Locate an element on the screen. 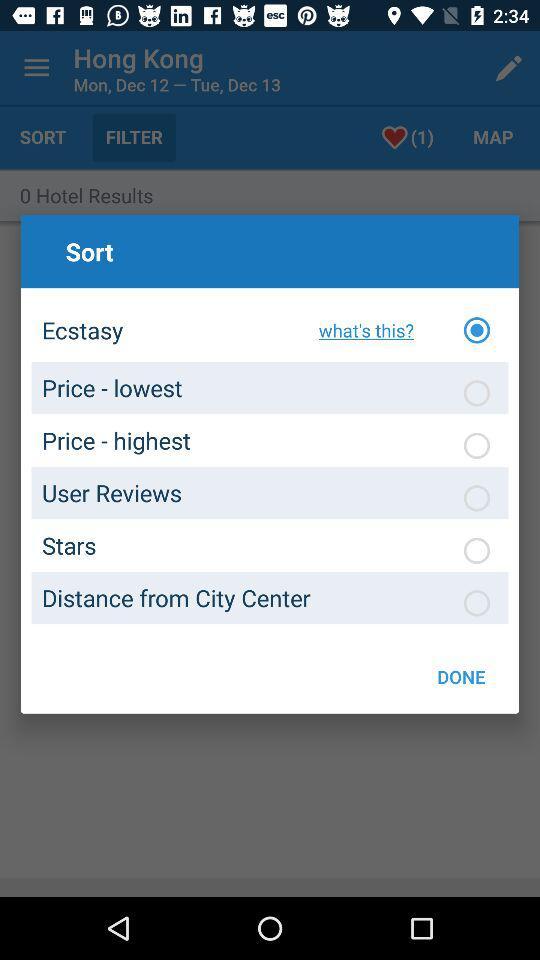  click icon button is located at coordinates (475, 497).